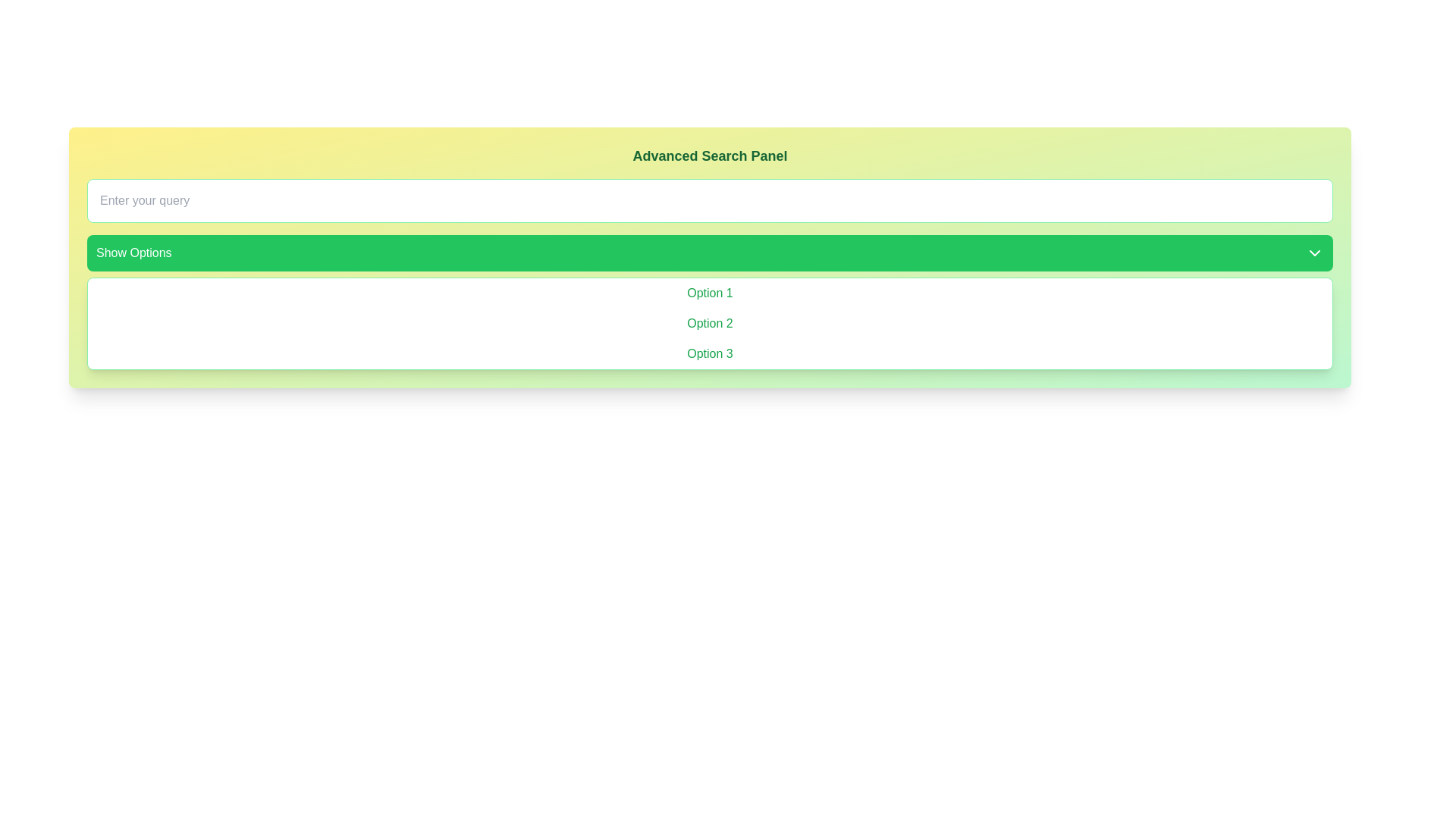  What do you see at coordinates (709, 155) in the screenshot?
I see `the static text label at the top of the panel that indicates the purpose of the content, located above the input box for query entry` at bounding box center [709, 155].